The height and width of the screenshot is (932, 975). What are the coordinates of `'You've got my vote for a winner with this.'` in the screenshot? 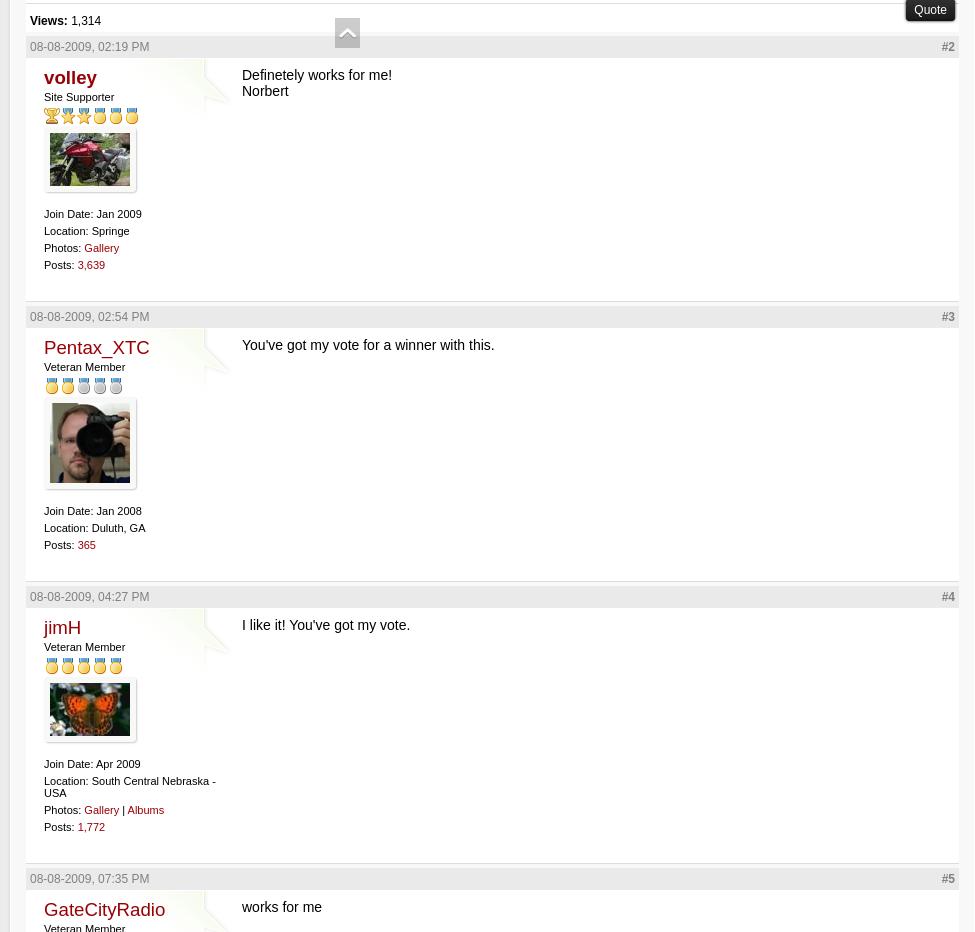 It's located at (241, 345).